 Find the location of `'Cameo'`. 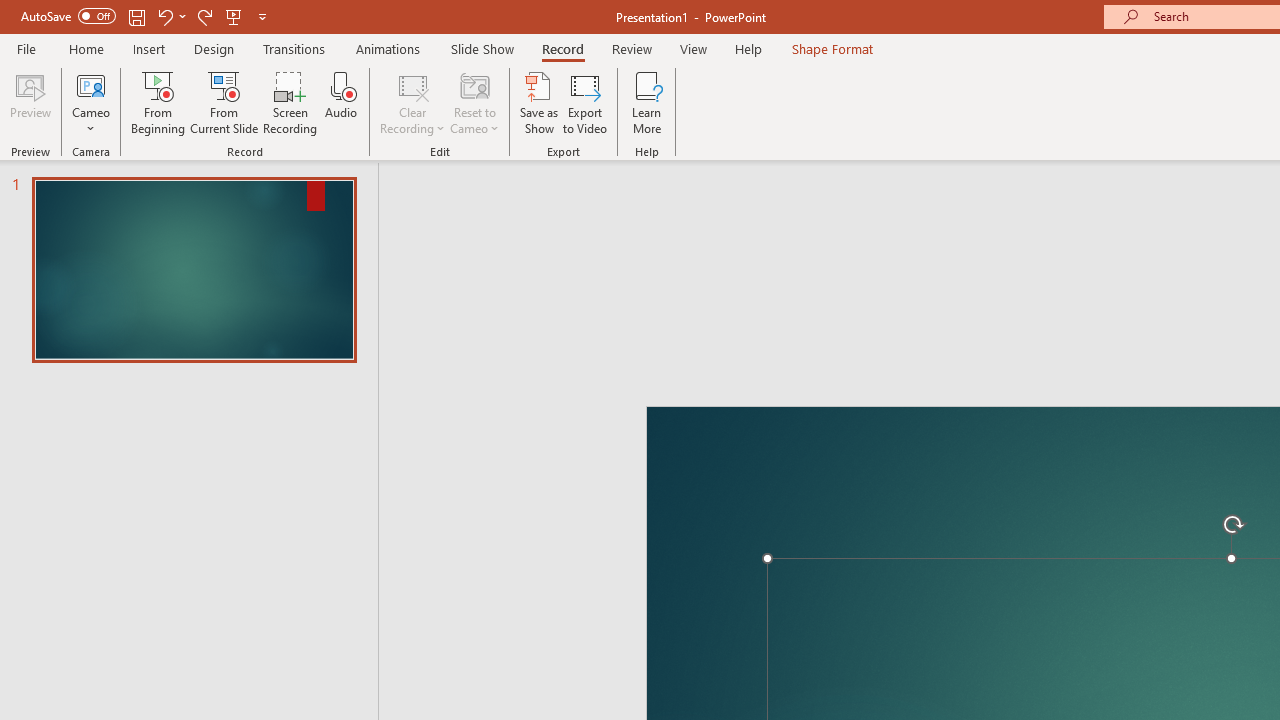

'Cameo' is located at coordinates (90, 84).